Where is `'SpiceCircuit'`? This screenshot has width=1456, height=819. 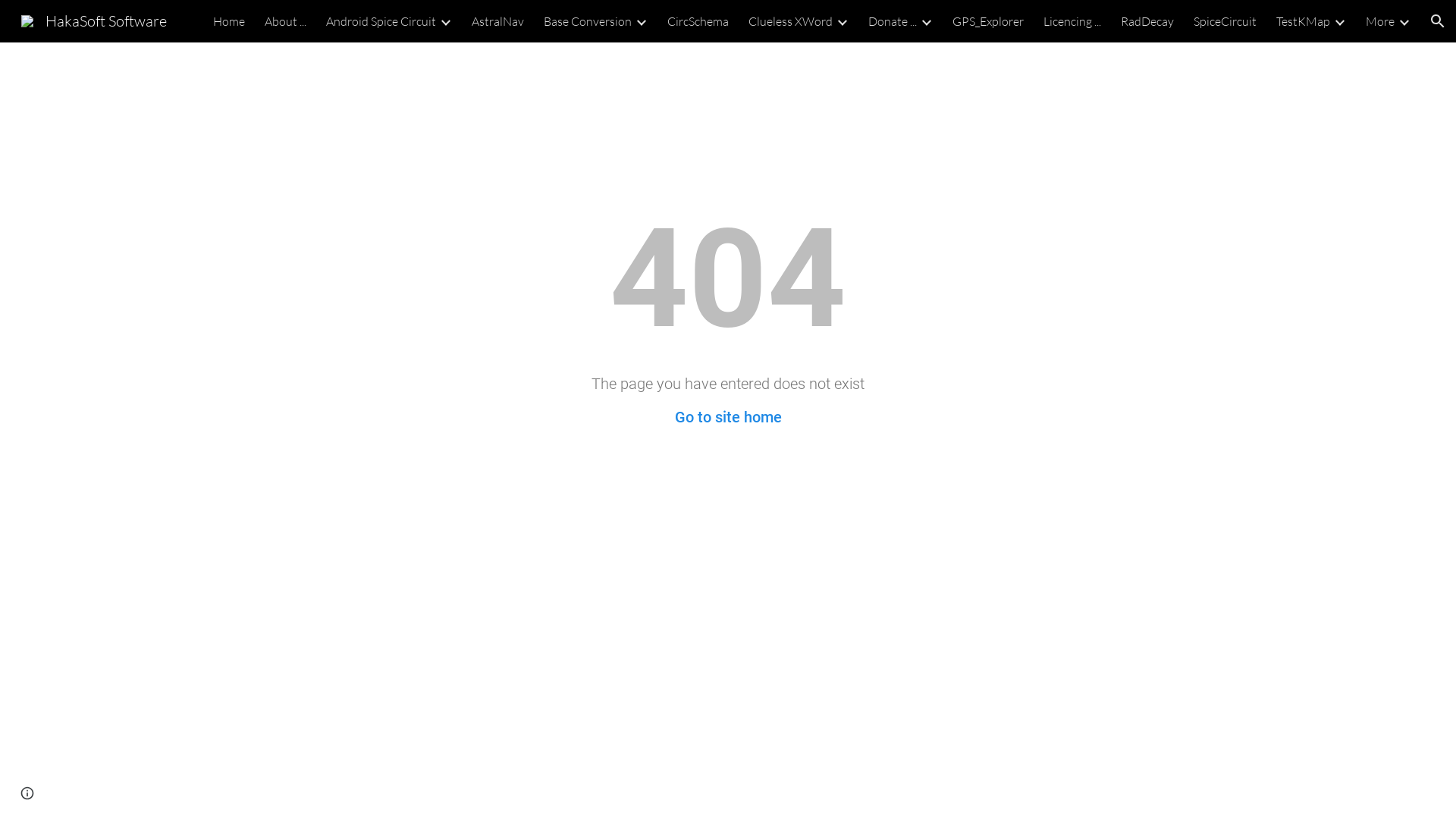 'SpiceCircuit' is located at coordinates (1225, 20).